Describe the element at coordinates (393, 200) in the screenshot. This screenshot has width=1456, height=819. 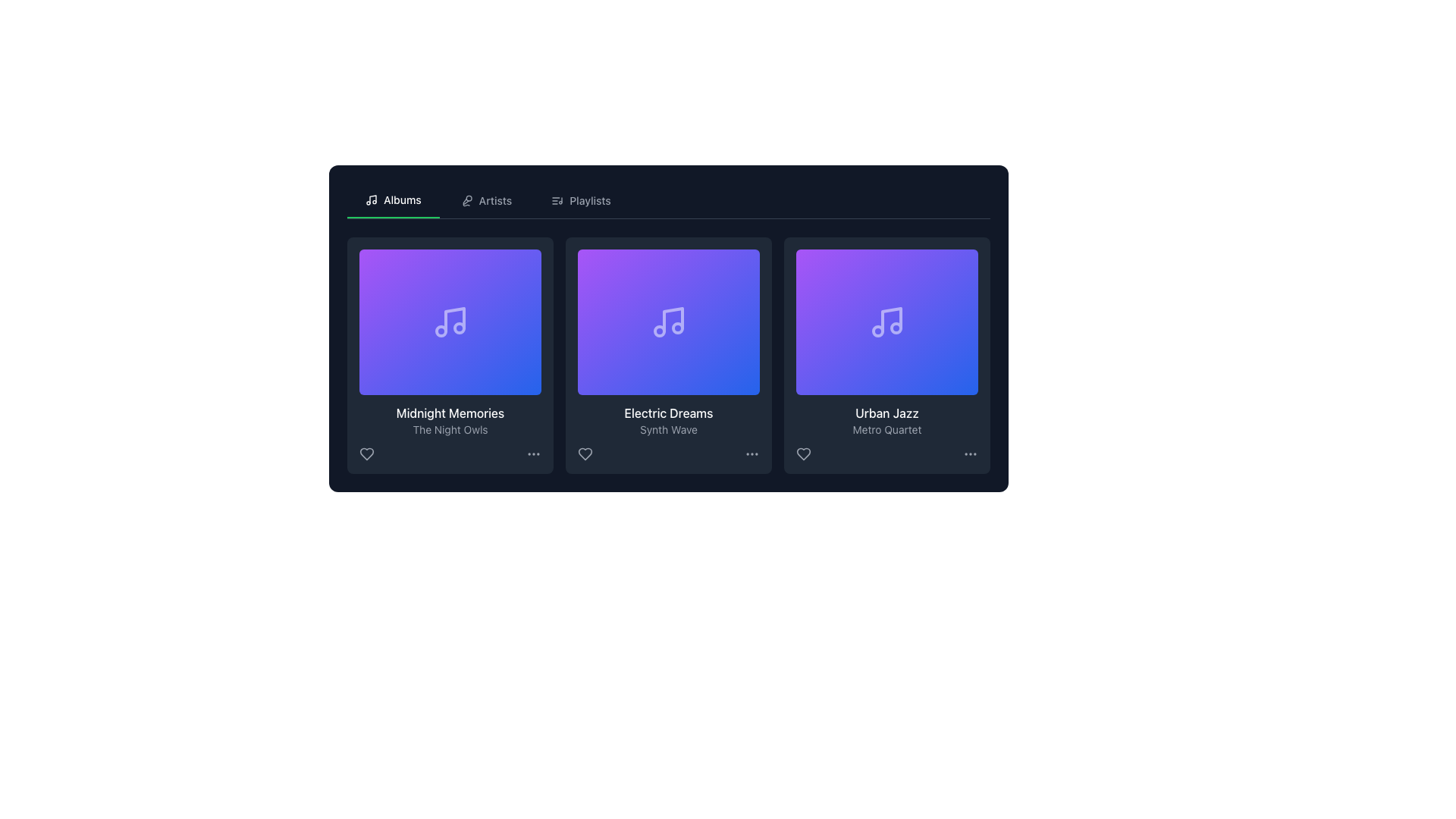
I see `the 'Albums' tab located in the top-left section of the horizontal navbar` at that location.